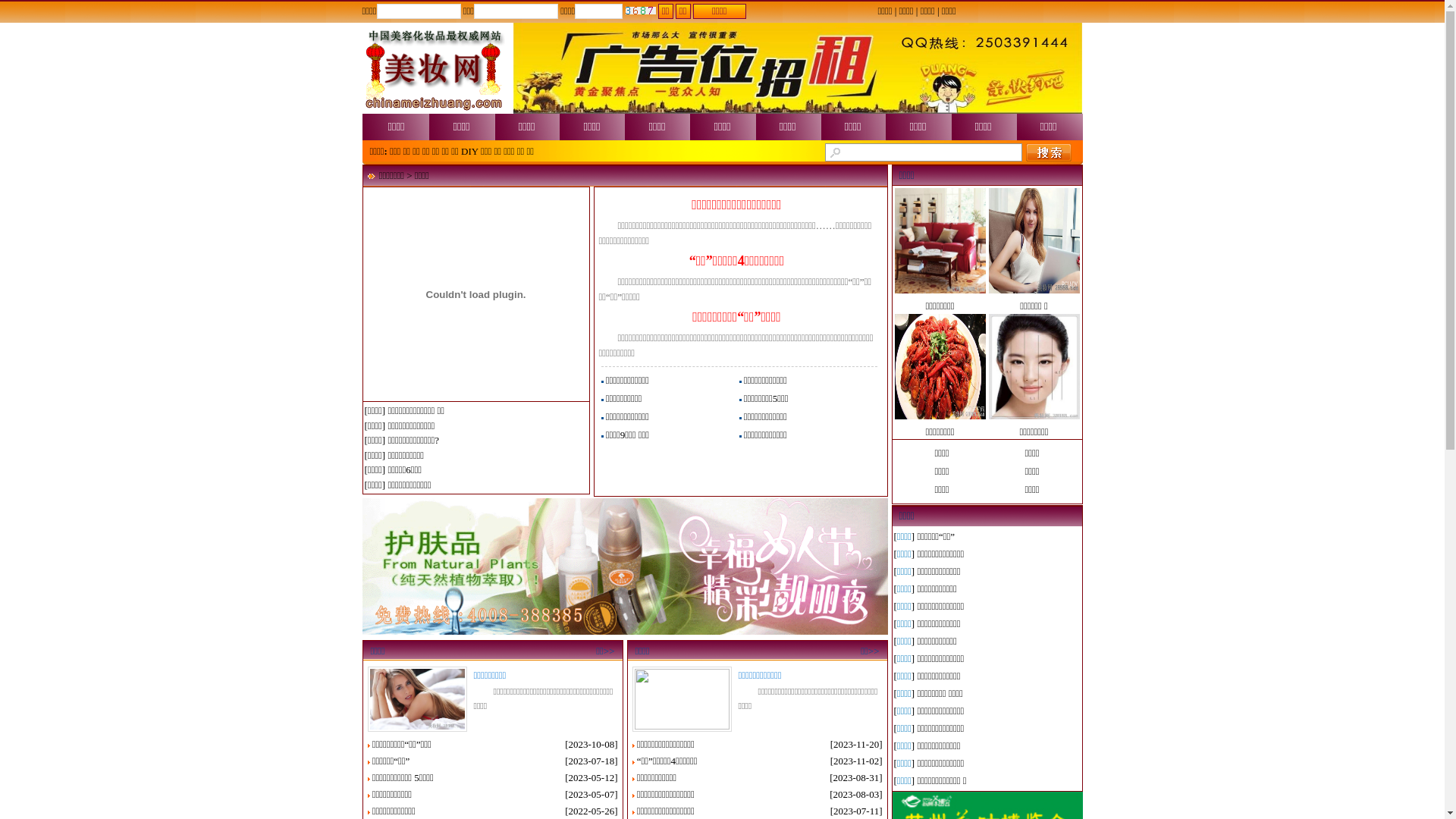  Describe the element at coordinates (469, 151) in the screenshot. I see `'DIY'` at that location.